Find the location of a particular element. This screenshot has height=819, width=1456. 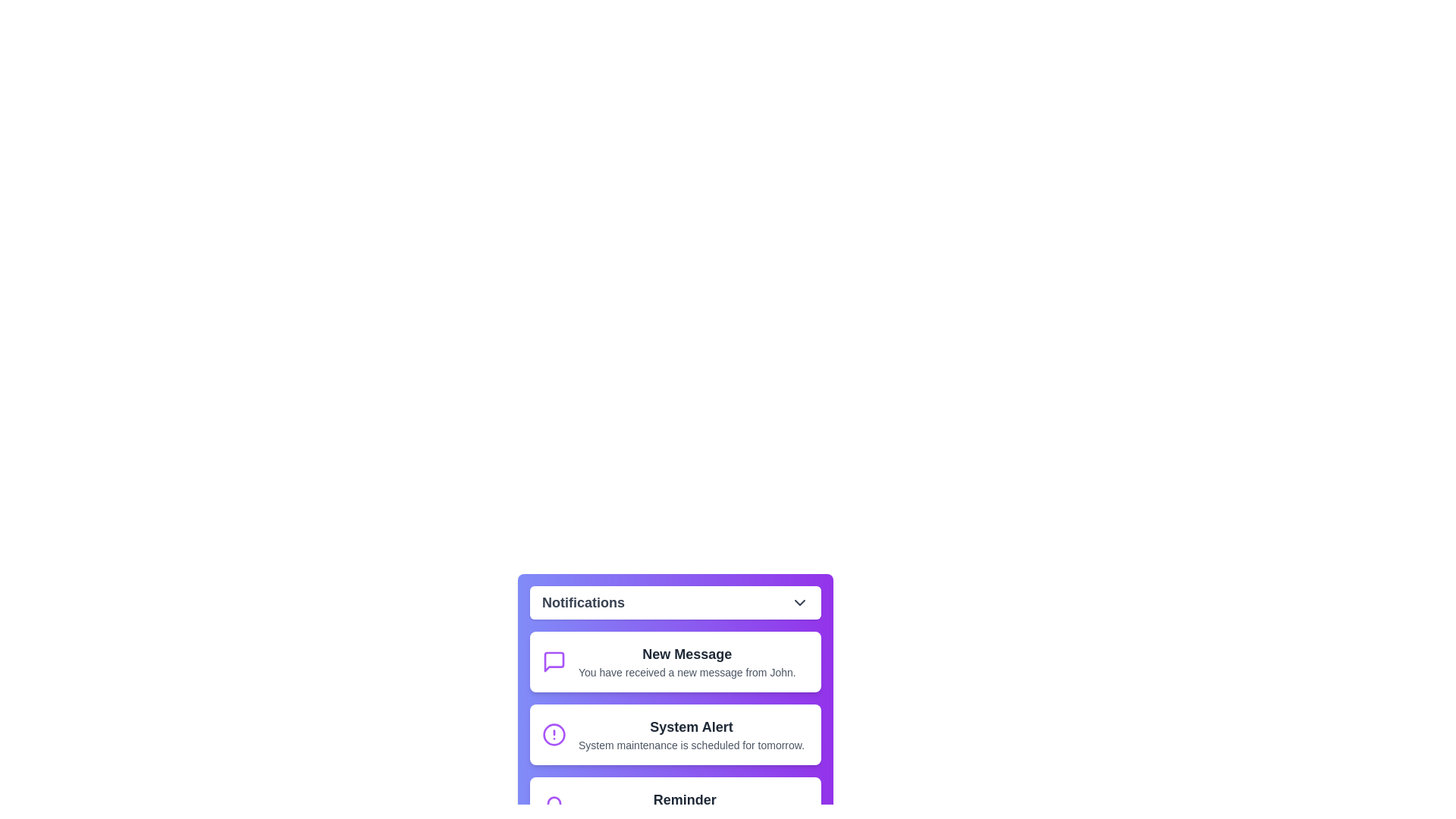

the icon of the notification item corresponding to System Alert is located at coordinates (553, 733).